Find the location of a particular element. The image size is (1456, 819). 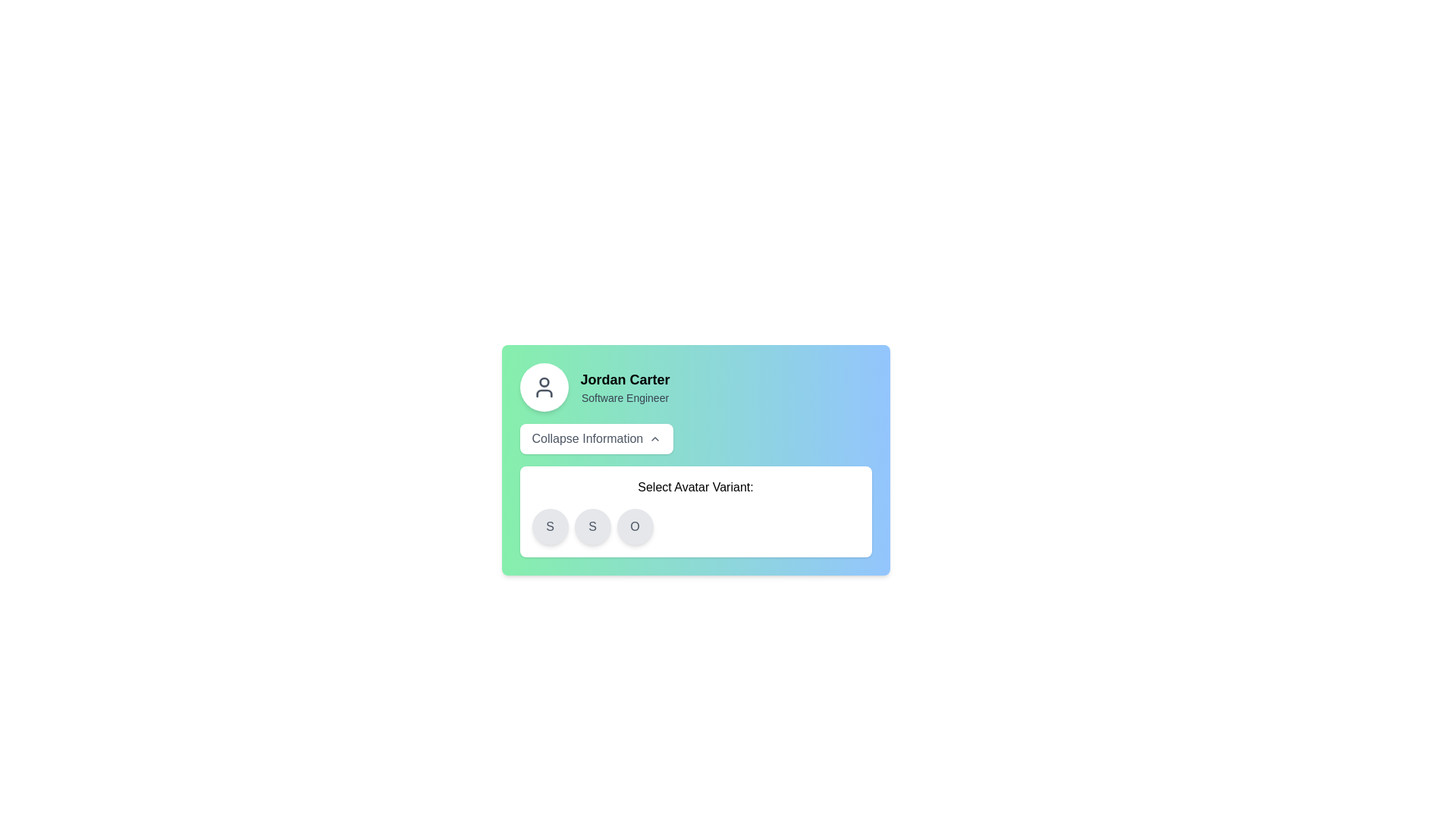

the text label that provides the name and job title of a person, located to the right of the circular avatar icon in the user profile or contact card is located at coordinates (625, 386).